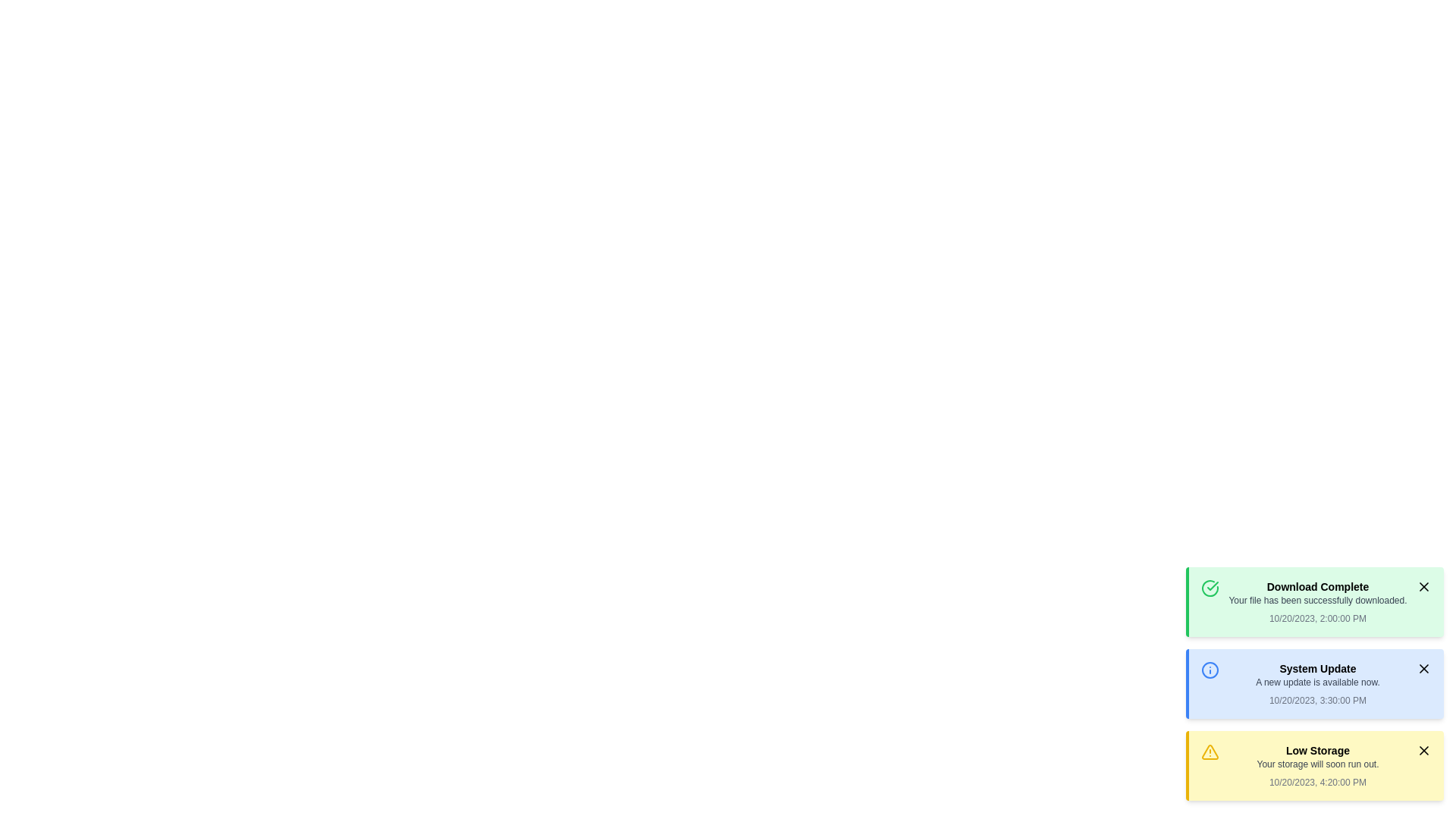  What do you see at coordinates (1316, 751) in the screenshot?
I see `the bold 'Low Storage' text located at the top of the yellow notification card in the vertical list of notifications` at bounding box center [1316, 751].